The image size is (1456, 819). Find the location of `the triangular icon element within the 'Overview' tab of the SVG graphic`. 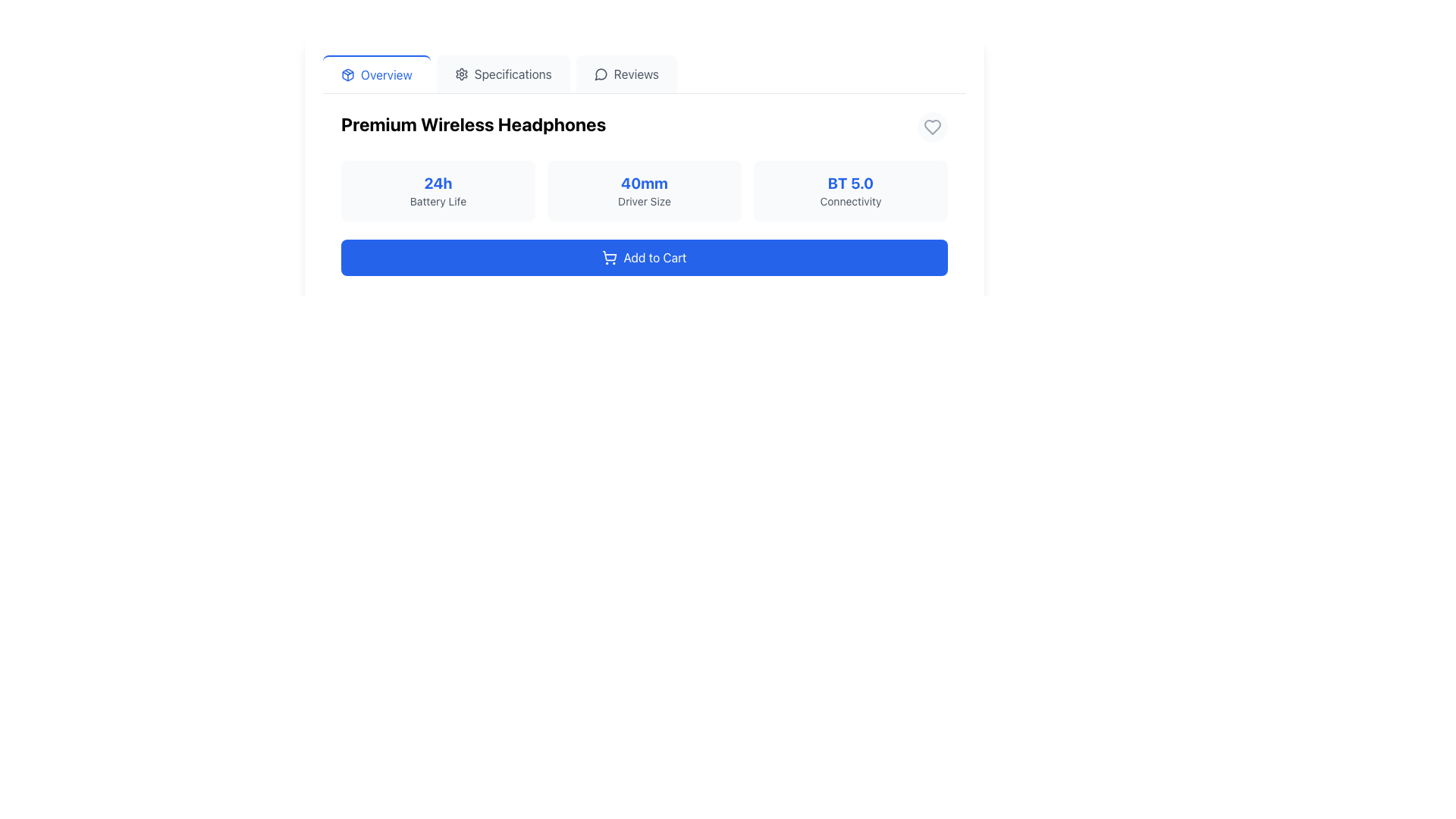

the triangular icon element within the 'Overview' tab of the SVG graphic is located at coordinates (347, 75).